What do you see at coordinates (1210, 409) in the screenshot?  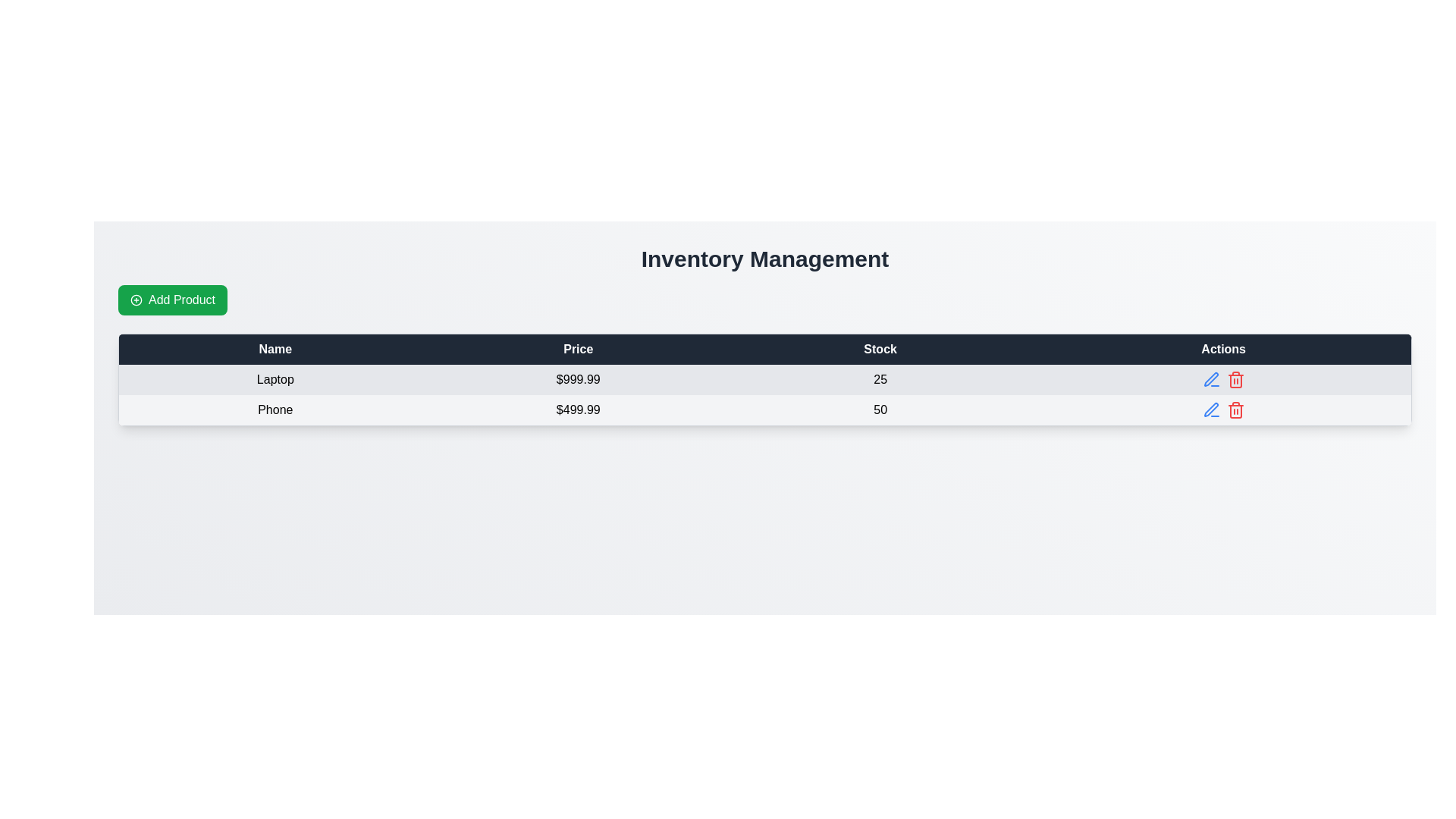 I see `the action button located in the second row under the 'Actions' column` at bounding box center [1210, 409].